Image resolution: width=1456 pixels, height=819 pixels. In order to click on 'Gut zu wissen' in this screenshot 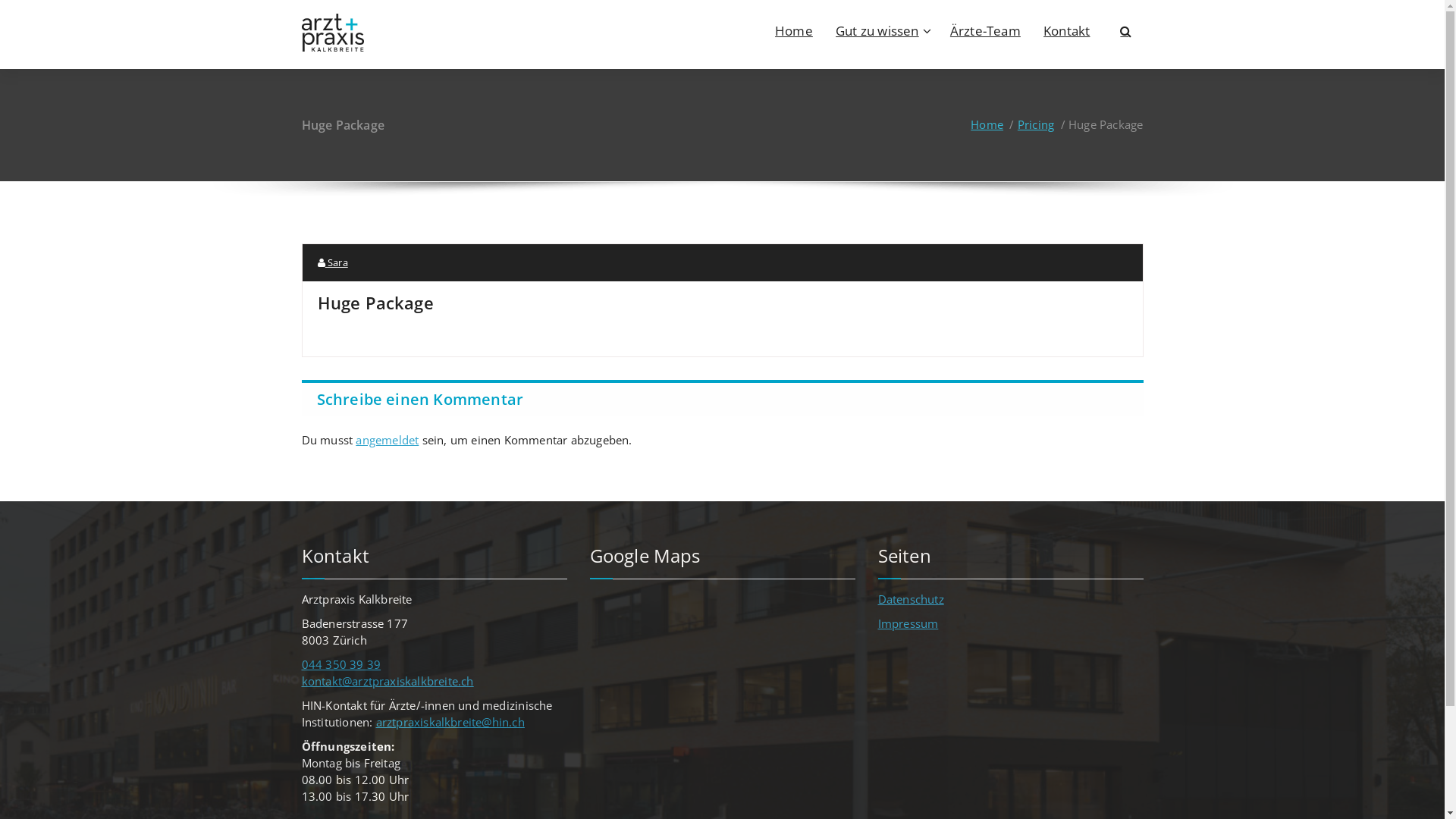, I will do `click(881, 30)`.